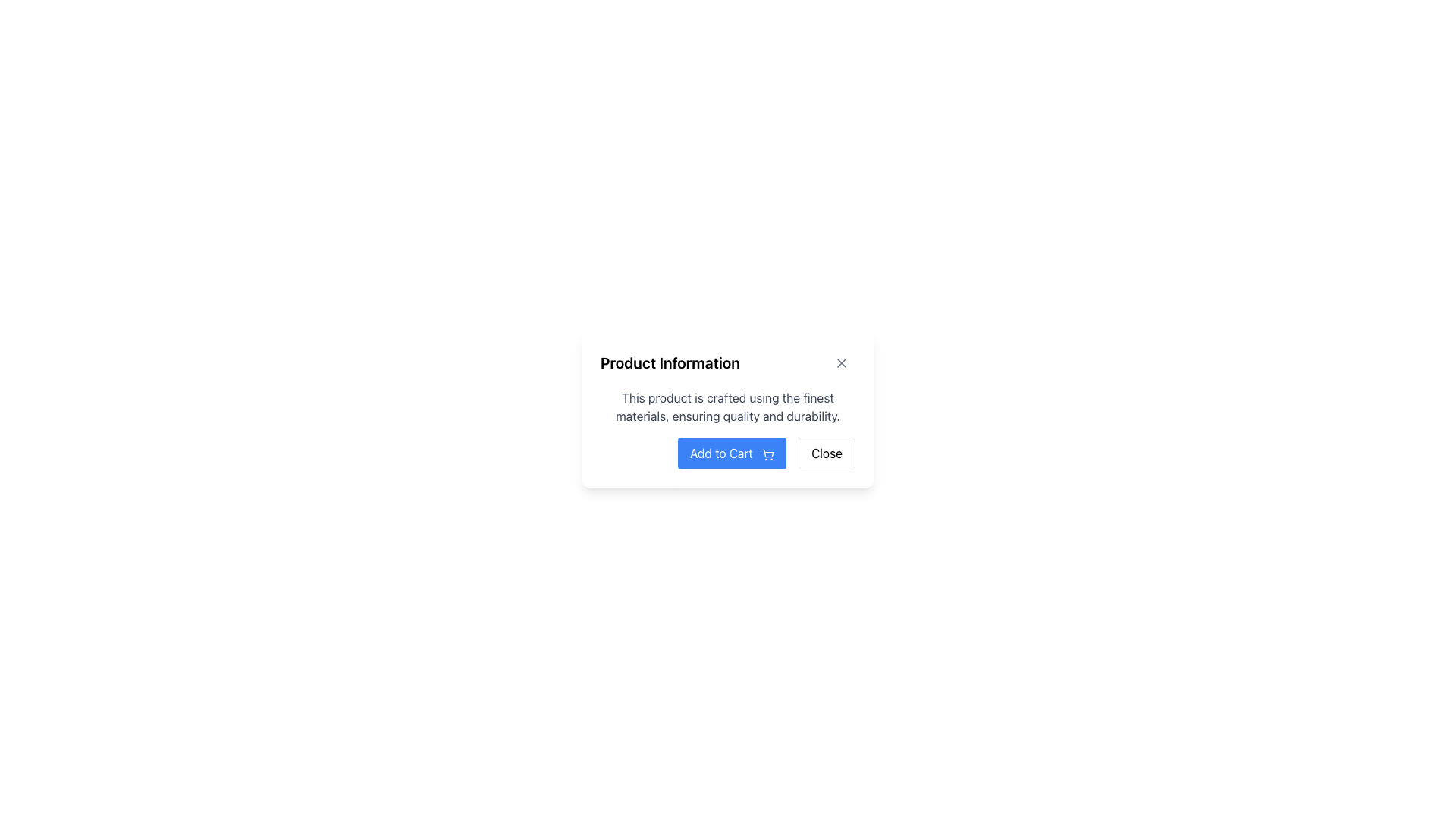 The width and height of the screenshot is (1456, 819). What do you see at coordinates (728, 452) in the screenshot?
I see `the 'Add to Cart' button, which features a blue background, white text, and a shopping cart icon` at bounding box center [728, 452].